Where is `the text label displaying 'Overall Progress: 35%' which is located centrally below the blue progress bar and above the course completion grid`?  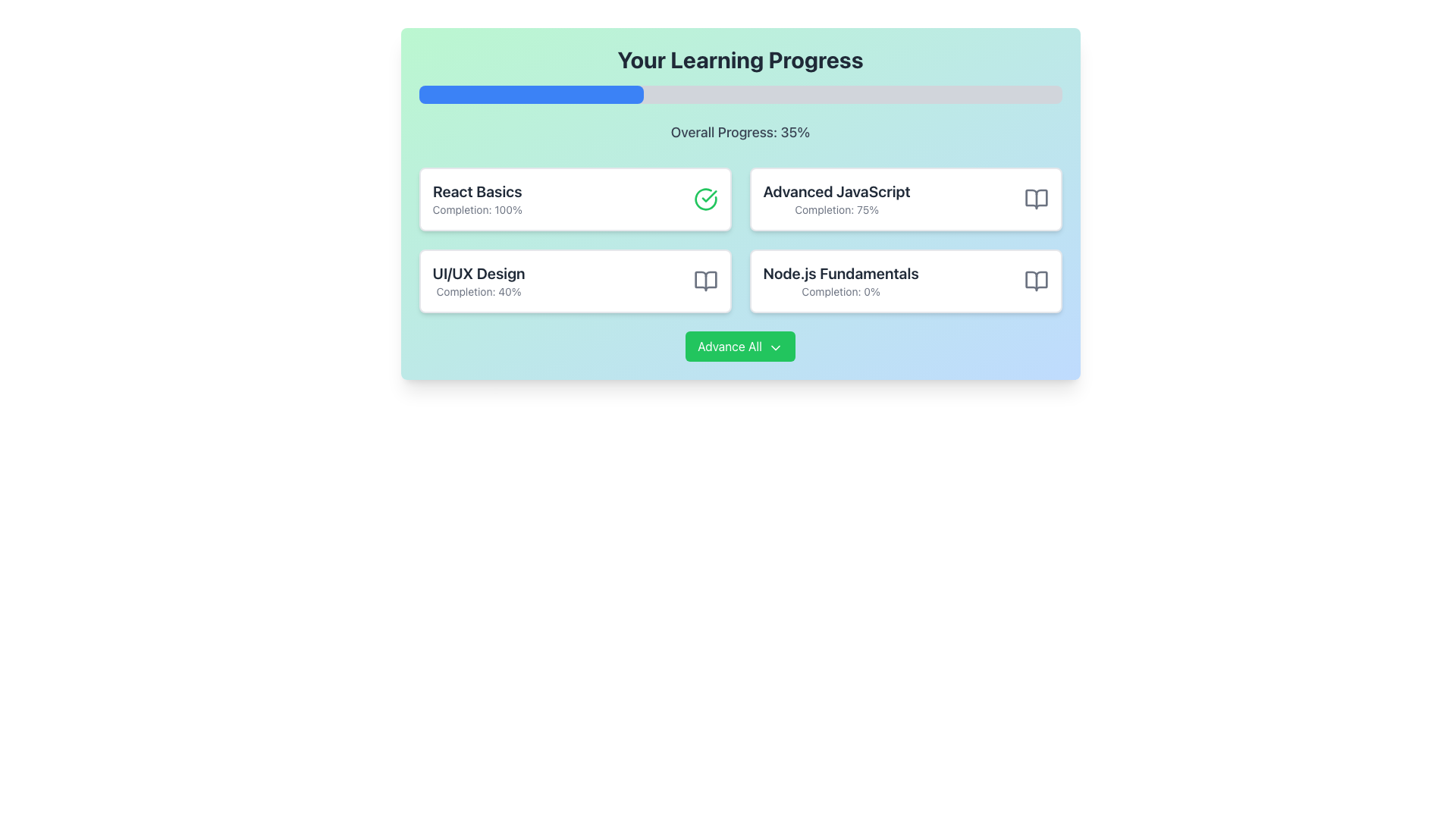 the text label displaying 'Overall Progress: 35%' which is located centrally below the blue progress bar and above the course completion grid is located at coordinates (740, 131).